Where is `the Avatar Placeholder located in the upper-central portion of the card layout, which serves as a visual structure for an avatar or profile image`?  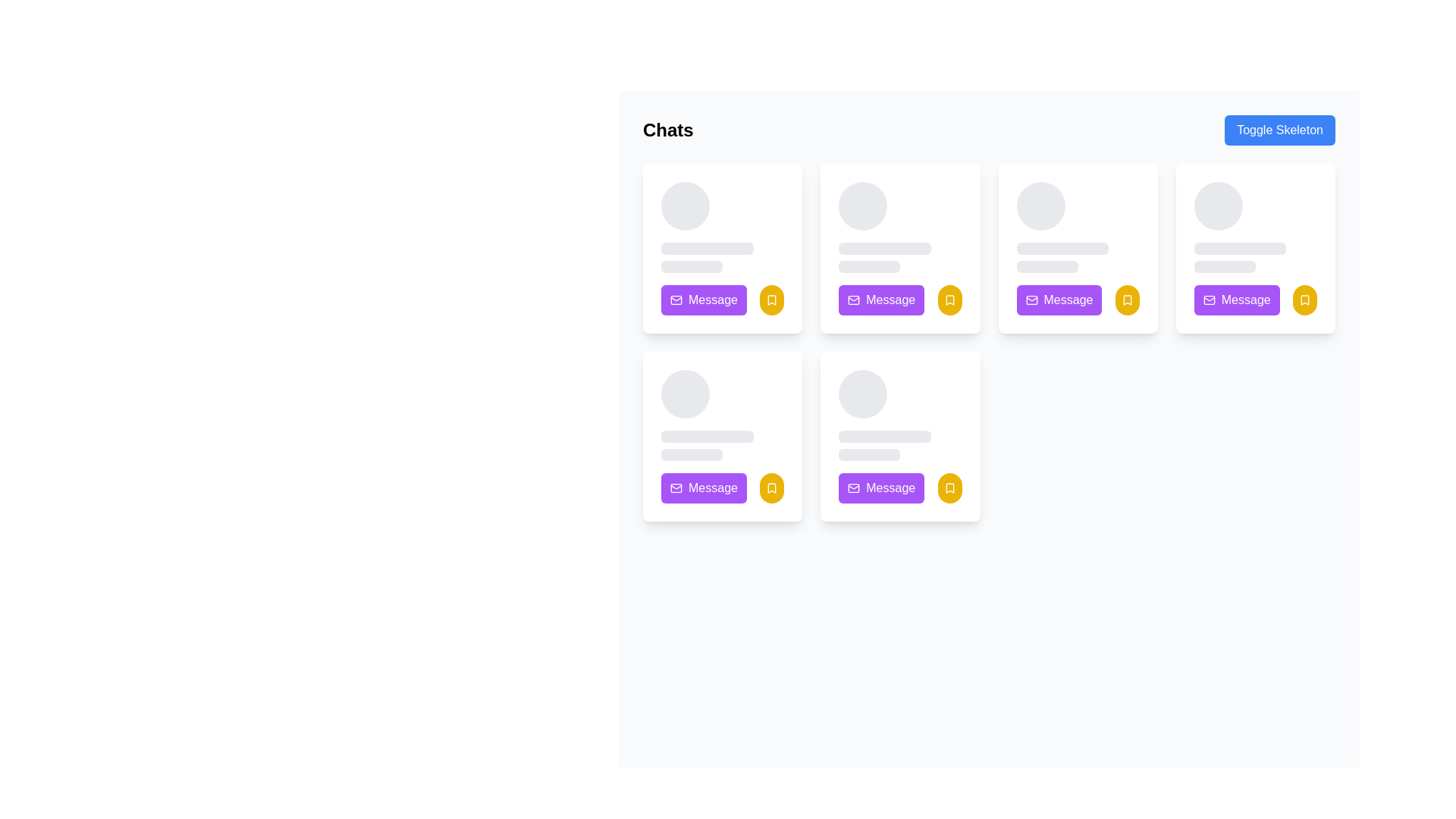 the Avatar Placeholder located in the upper-central portion of the card layout, which serves as a visual structure for an avatar or profile image is located at coordinates (1040, 206).